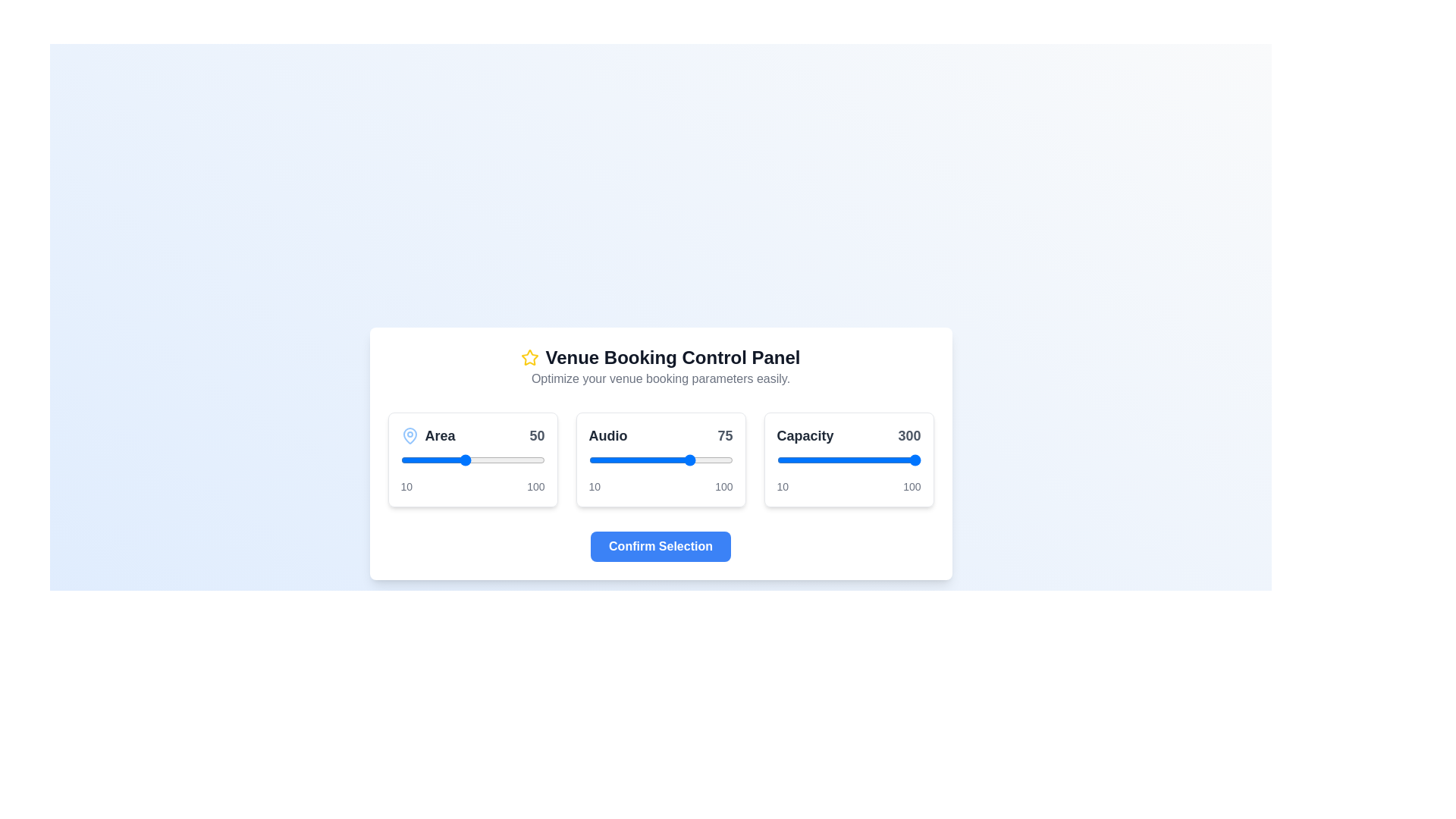 The image size is (1456, 819). I want to click on the Text Label indicating the minimum value '10' for the 'Audio' range controller, located in the bottom-left corner of the slider section, so click(406, 486).